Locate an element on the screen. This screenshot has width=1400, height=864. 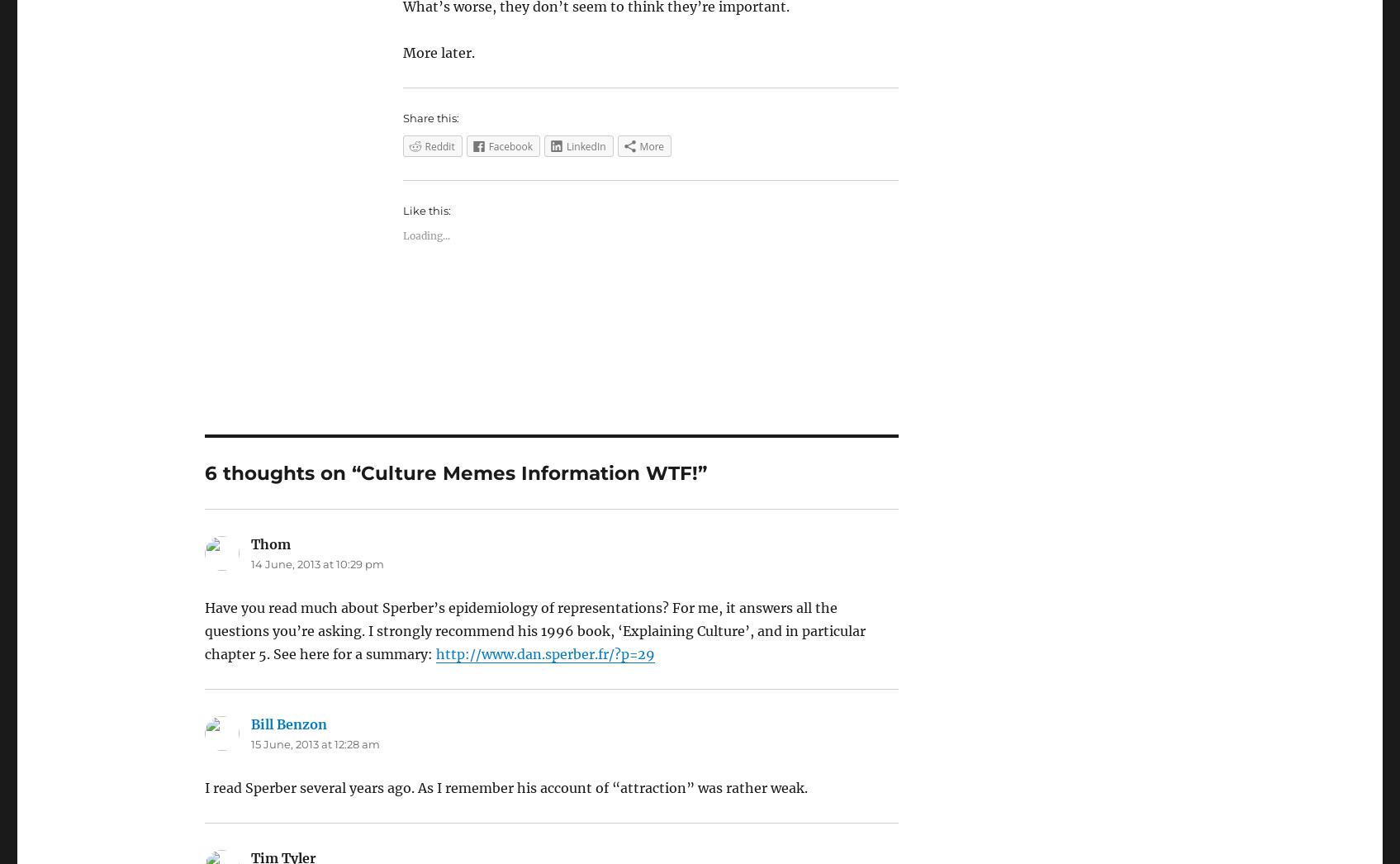
'More' is located at coordinates (652, 146).